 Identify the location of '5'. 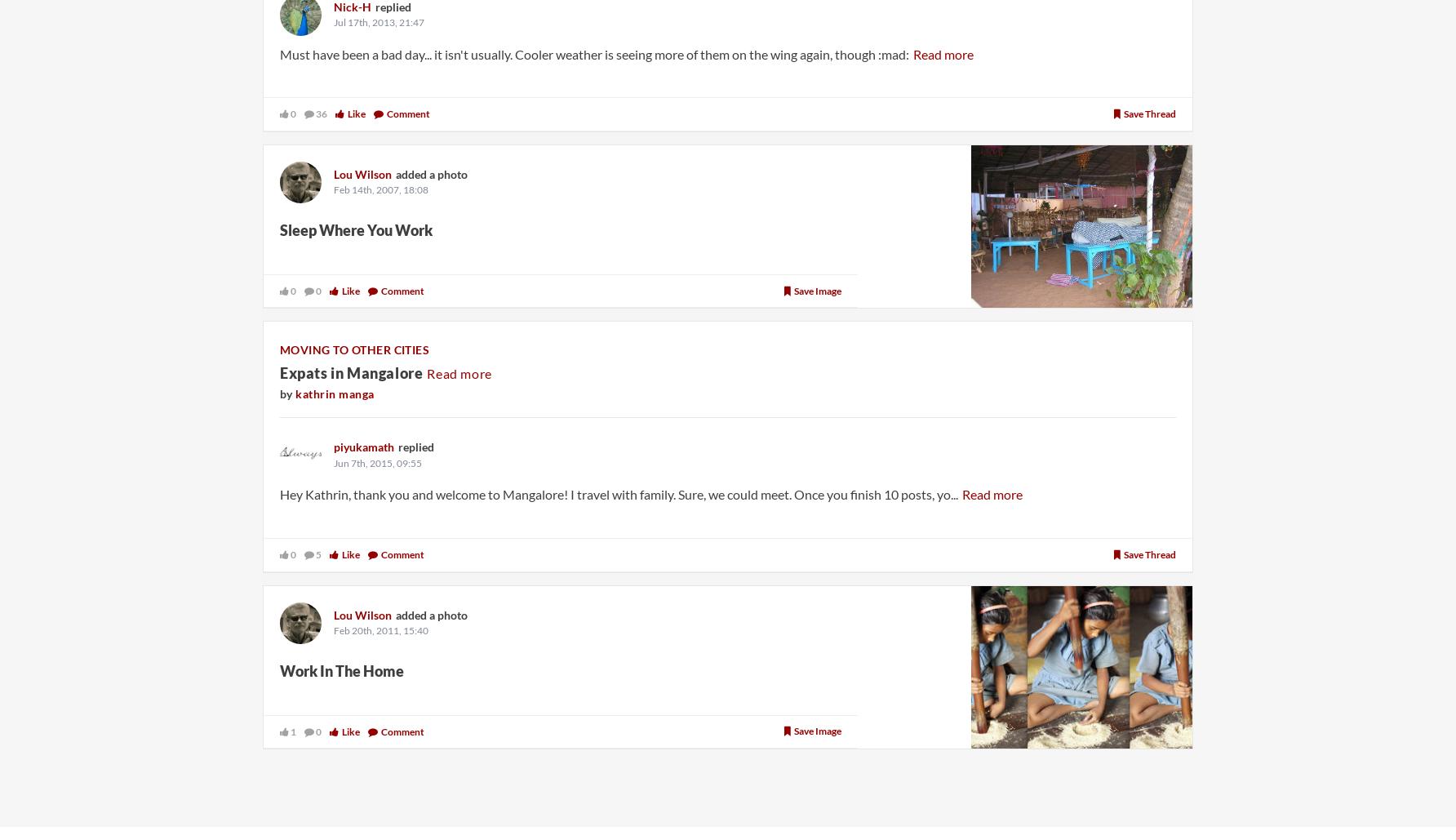
(313, 553).